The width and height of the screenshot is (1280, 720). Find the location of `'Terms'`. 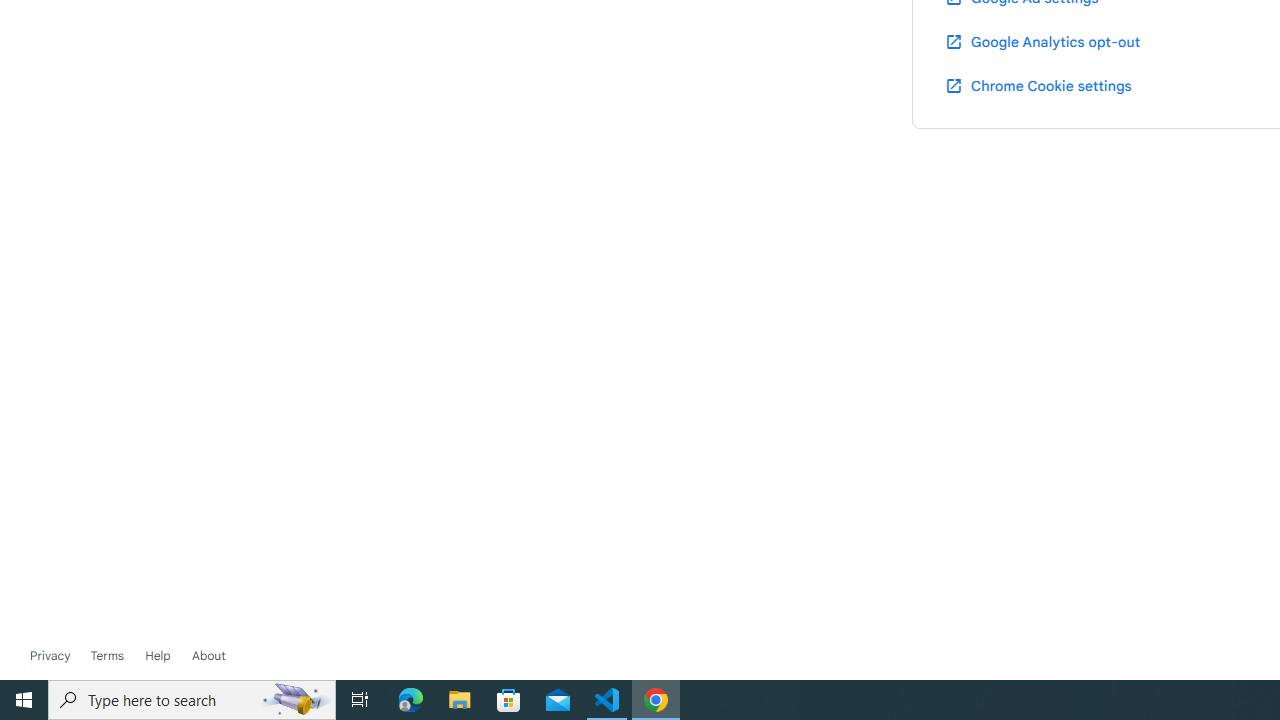

'Terms' is located at coordinates (105, 655).